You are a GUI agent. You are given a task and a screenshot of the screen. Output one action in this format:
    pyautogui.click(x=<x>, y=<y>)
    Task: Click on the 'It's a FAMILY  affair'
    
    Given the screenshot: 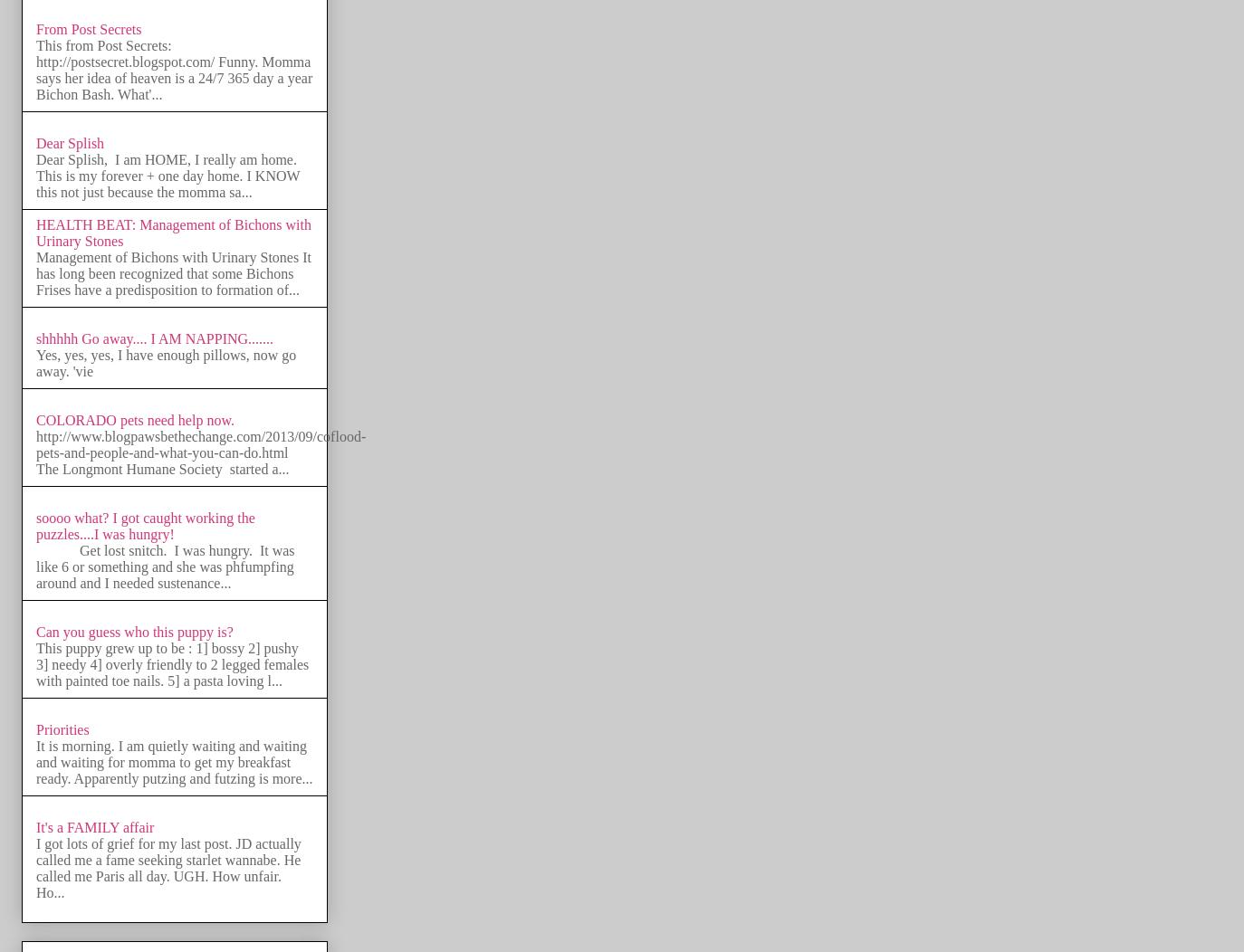 What is the action you would take?
    pyautogui.click(x=93, y=827)
    